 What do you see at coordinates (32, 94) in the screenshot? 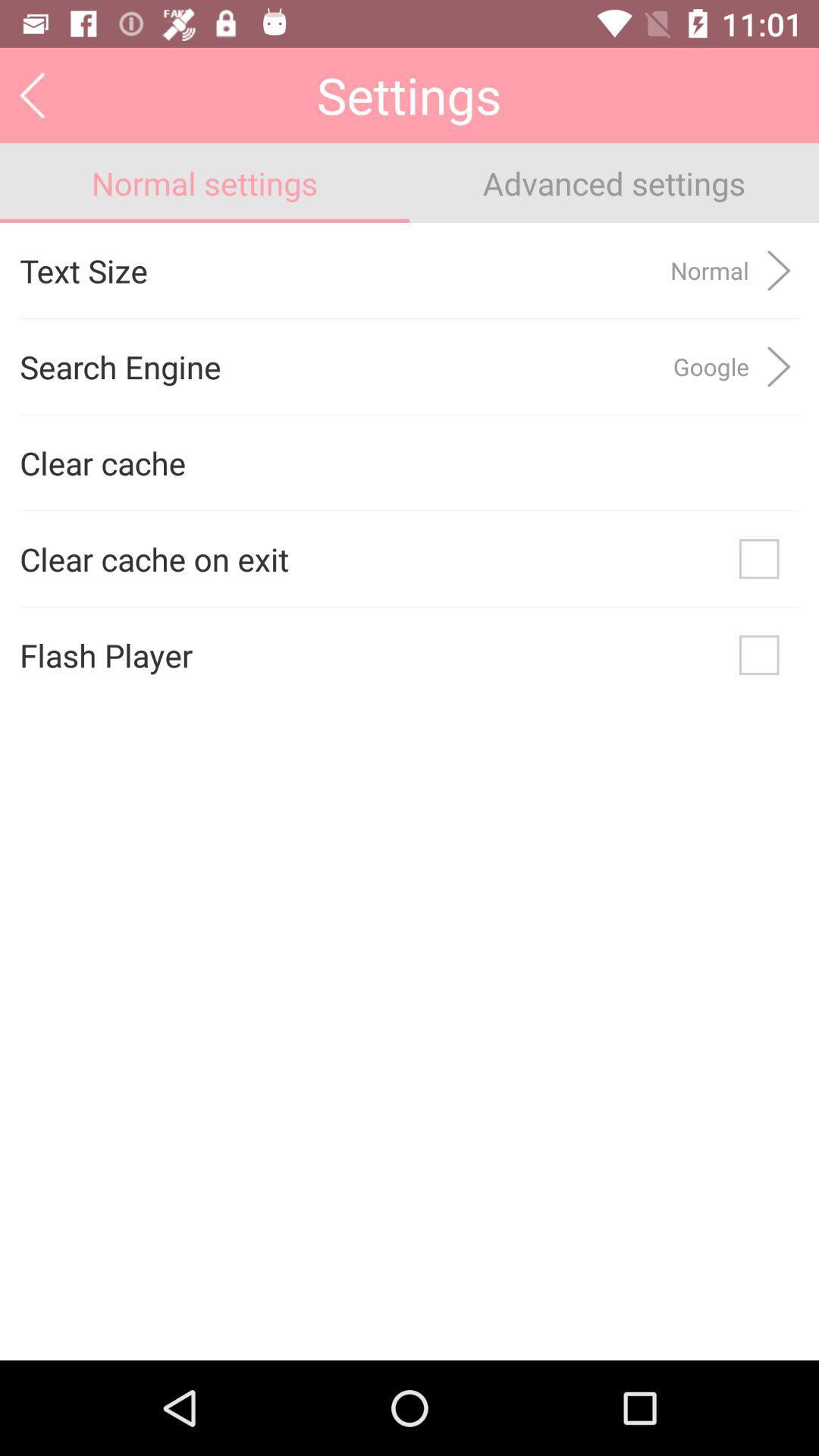
I see `the icon next to settings app` at bounding box center [32, 94].